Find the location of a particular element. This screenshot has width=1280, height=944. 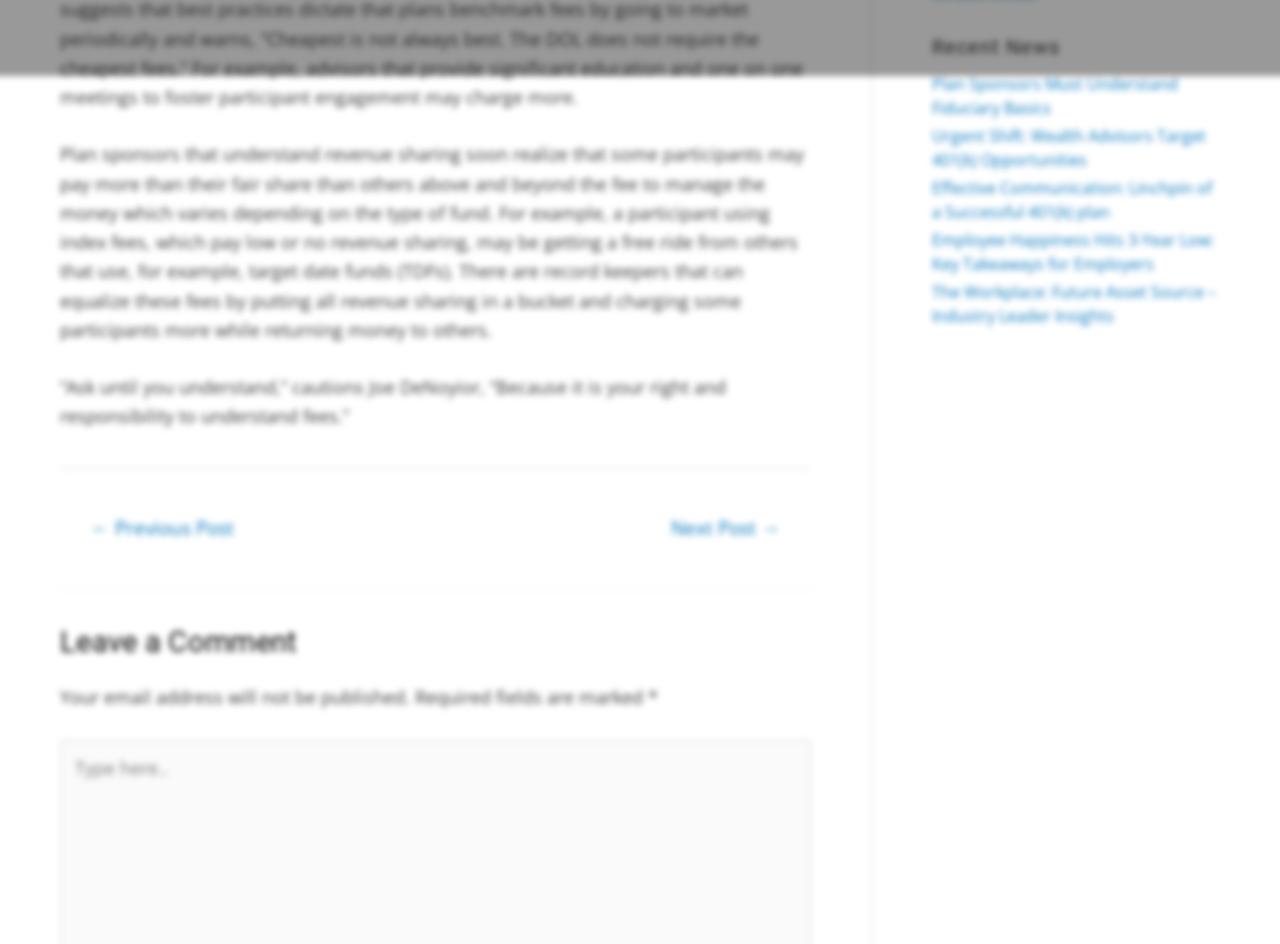

'Plan Sponsors Must Understand Fiduciary Basics' is located at coordinates (930, 95).